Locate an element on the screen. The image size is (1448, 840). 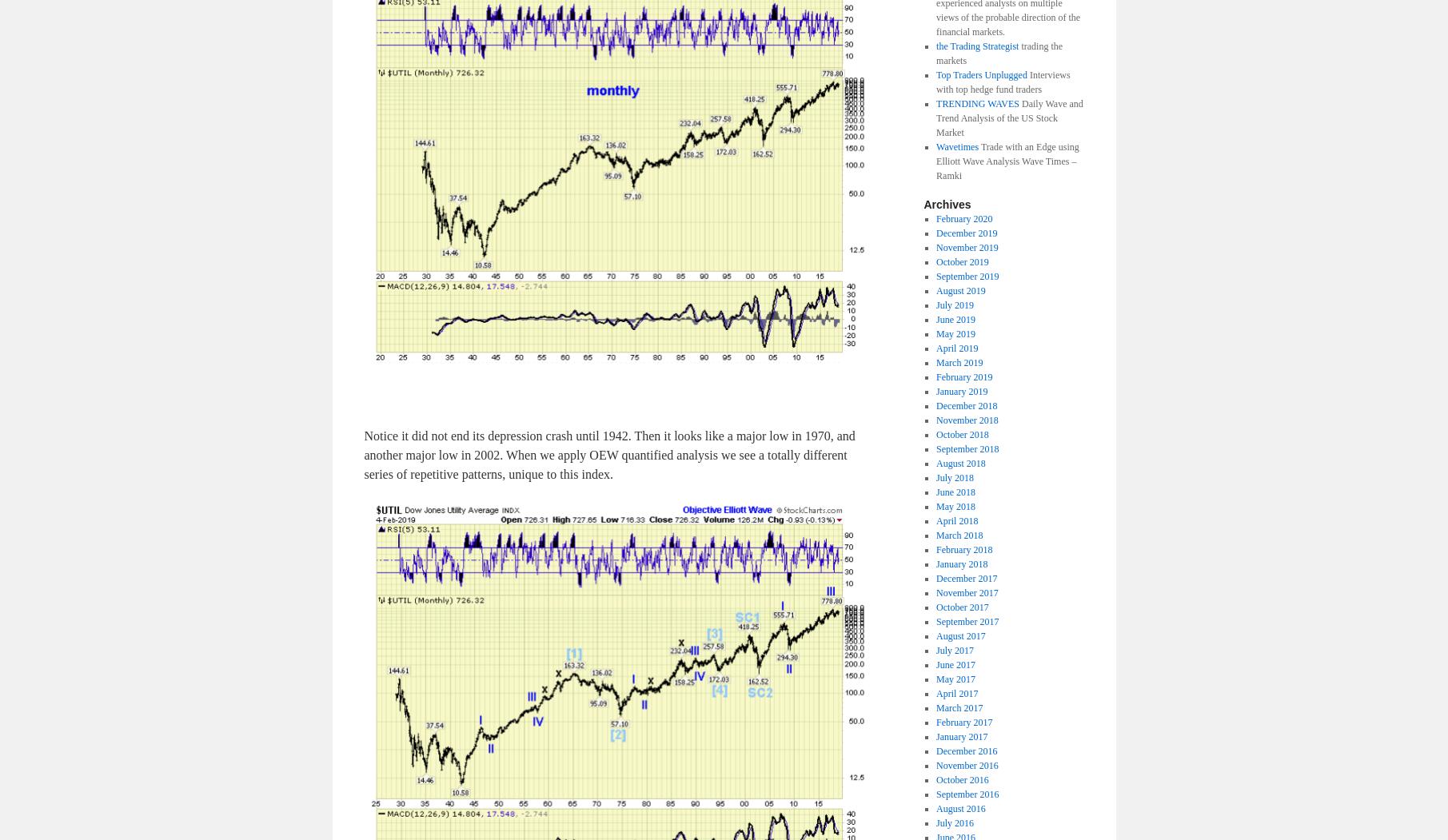
'November 2016' is located at coordinates (967, 764).